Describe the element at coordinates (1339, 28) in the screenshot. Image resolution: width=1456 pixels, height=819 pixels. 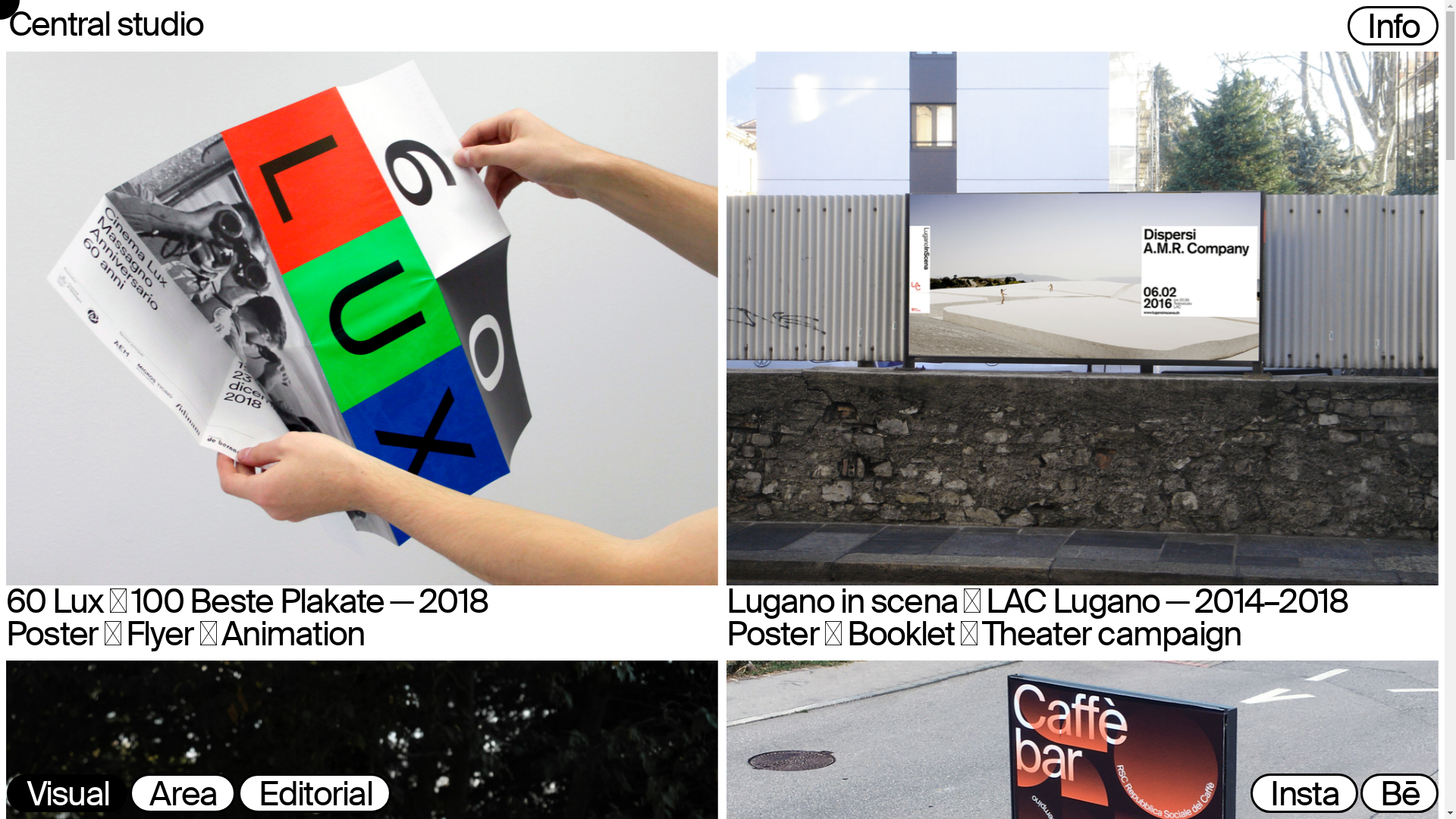
I see `'  '` at that location.